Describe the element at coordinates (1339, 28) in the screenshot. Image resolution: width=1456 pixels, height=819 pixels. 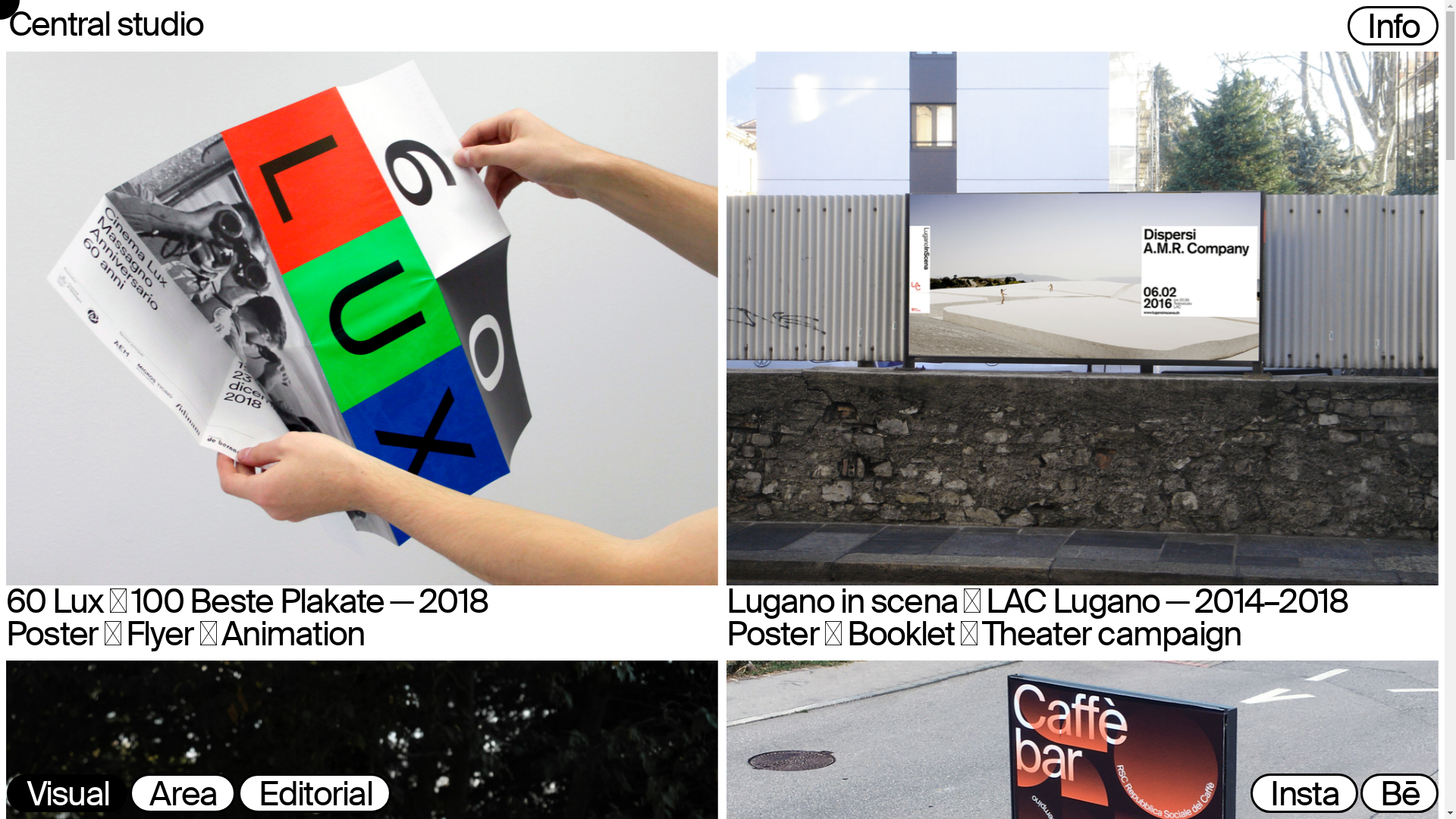
I see `'  '` at that location.